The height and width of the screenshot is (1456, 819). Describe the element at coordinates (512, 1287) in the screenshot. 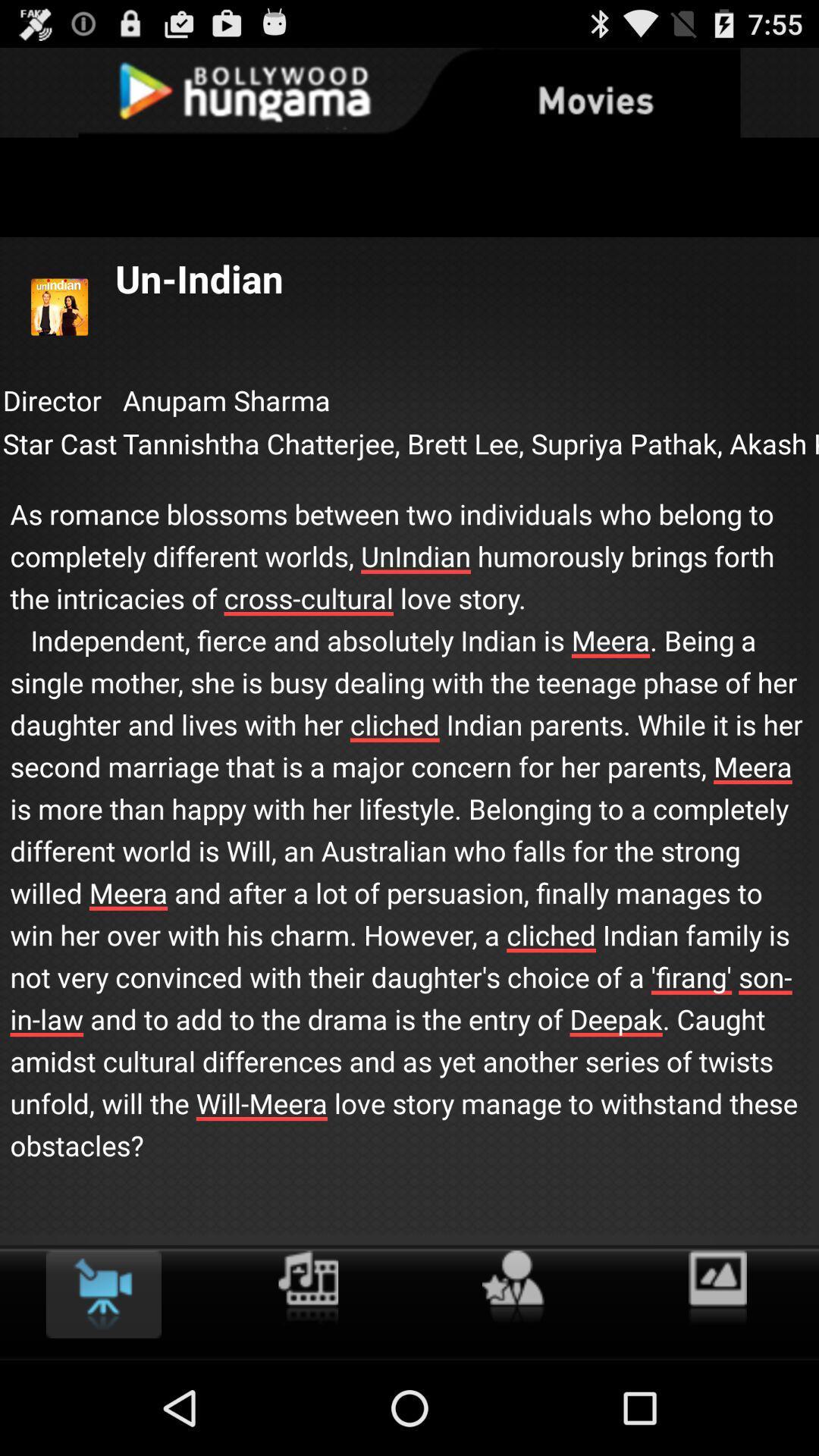

I see `to my favorites` at that location.